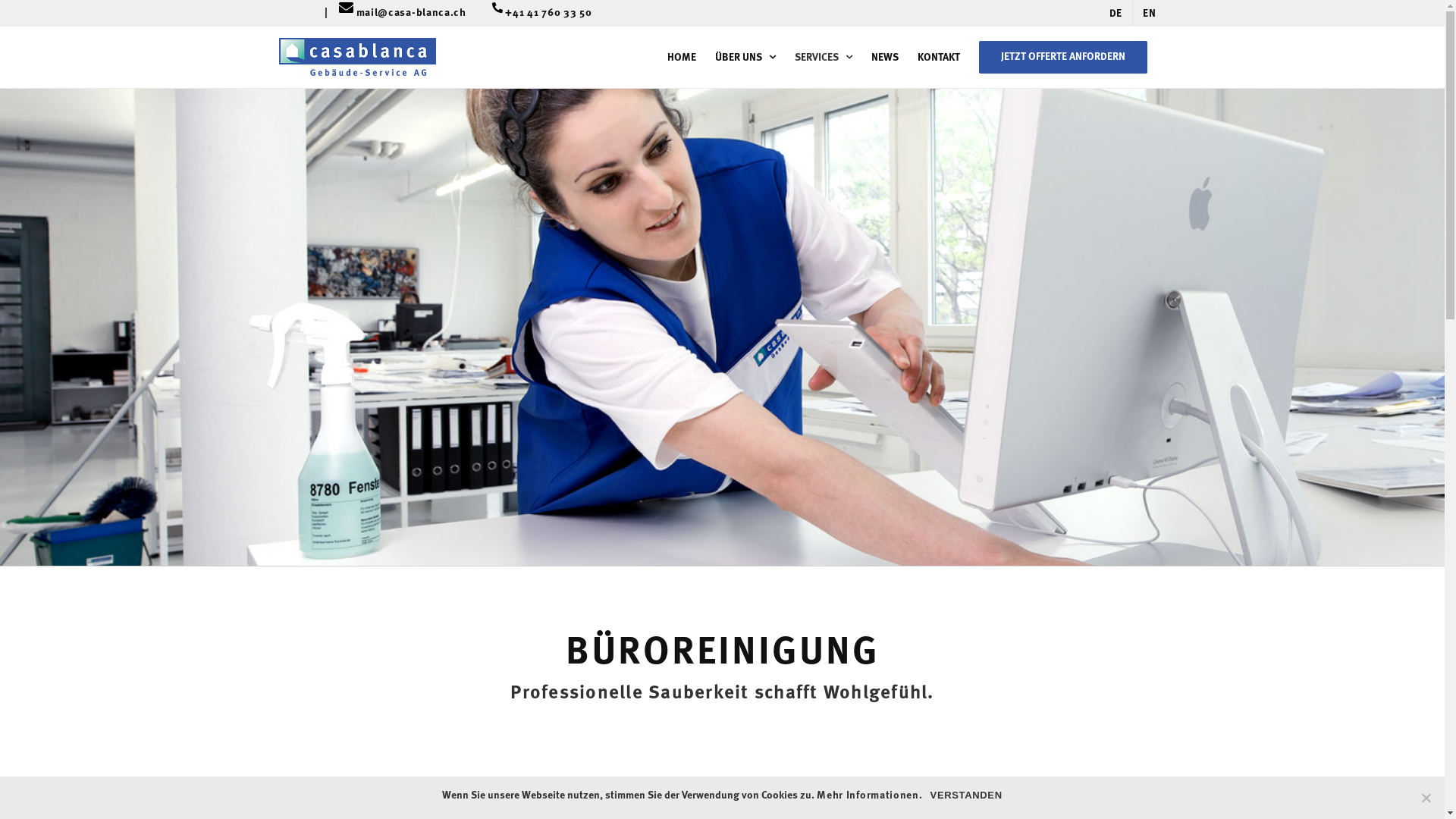  Describe the element at coordinates (1062, 56) in the screenshot. I see `'JETZT OFFERTE ANFORDERN'` at that location.